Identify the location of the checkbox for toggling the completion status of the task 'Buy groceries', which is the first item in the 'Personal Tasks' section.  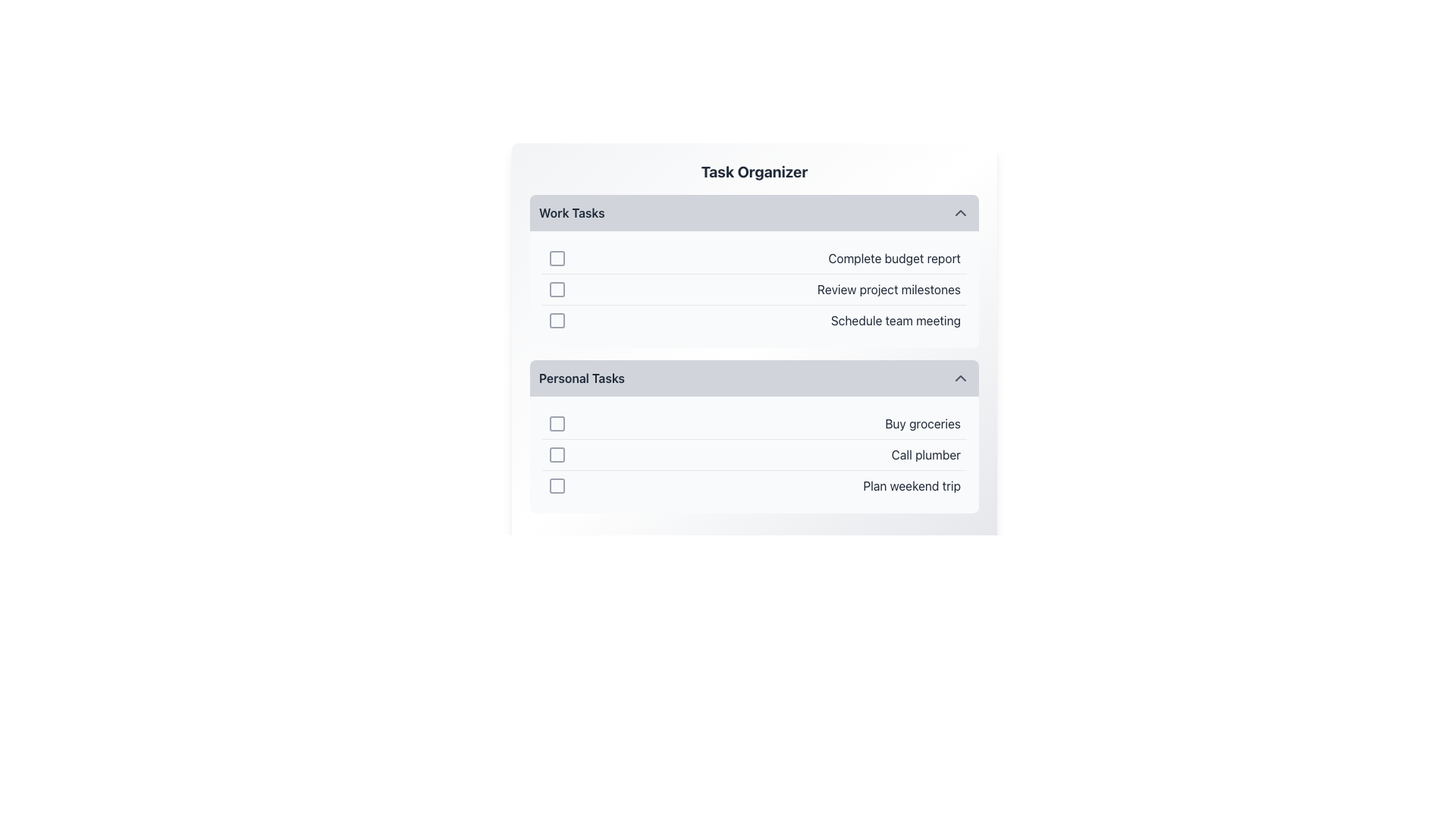
(556, 424).